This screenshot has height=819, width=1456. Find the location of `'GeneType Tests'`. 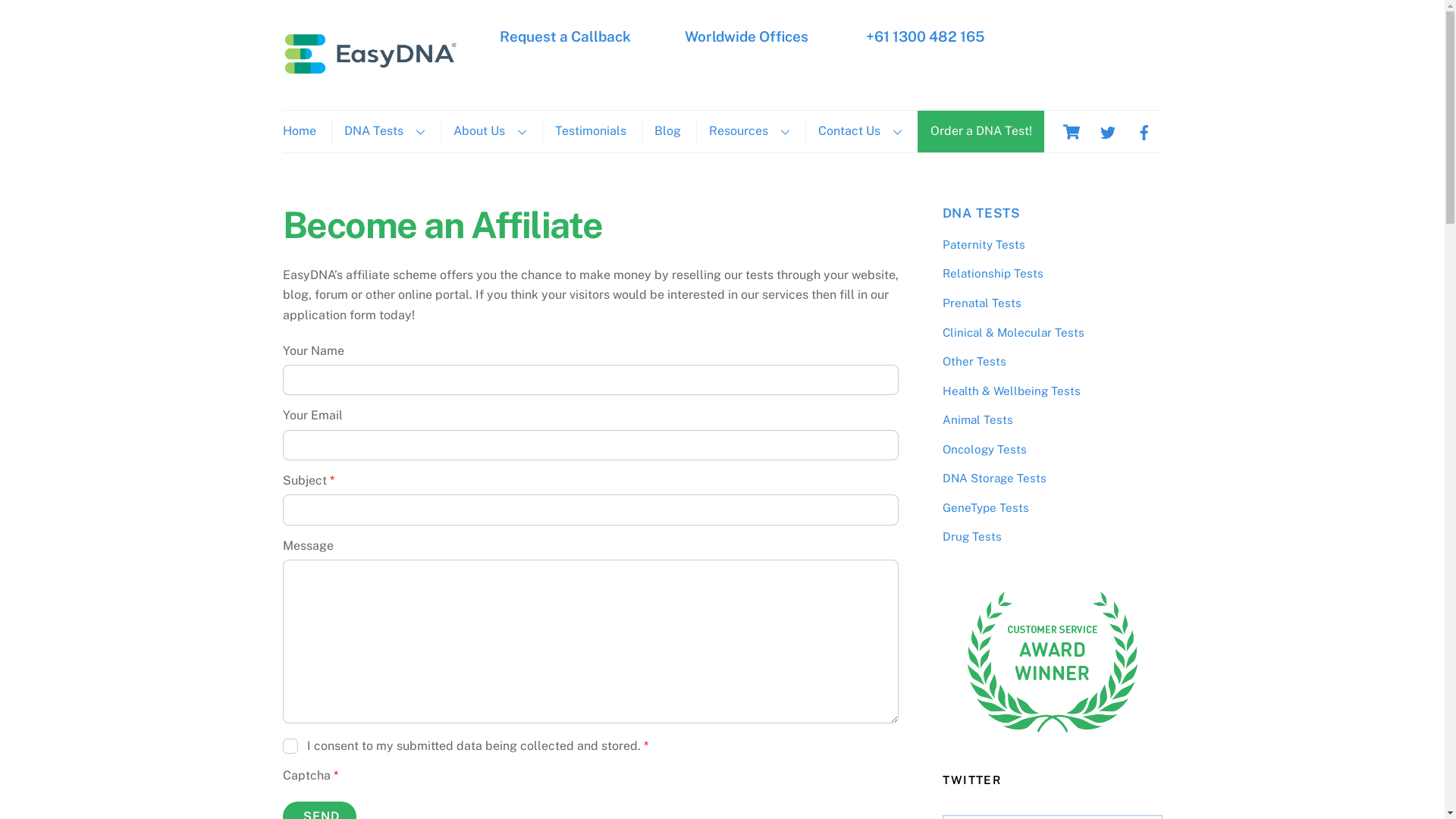

'GeneType Tests' is located at coordinates (985, 507).